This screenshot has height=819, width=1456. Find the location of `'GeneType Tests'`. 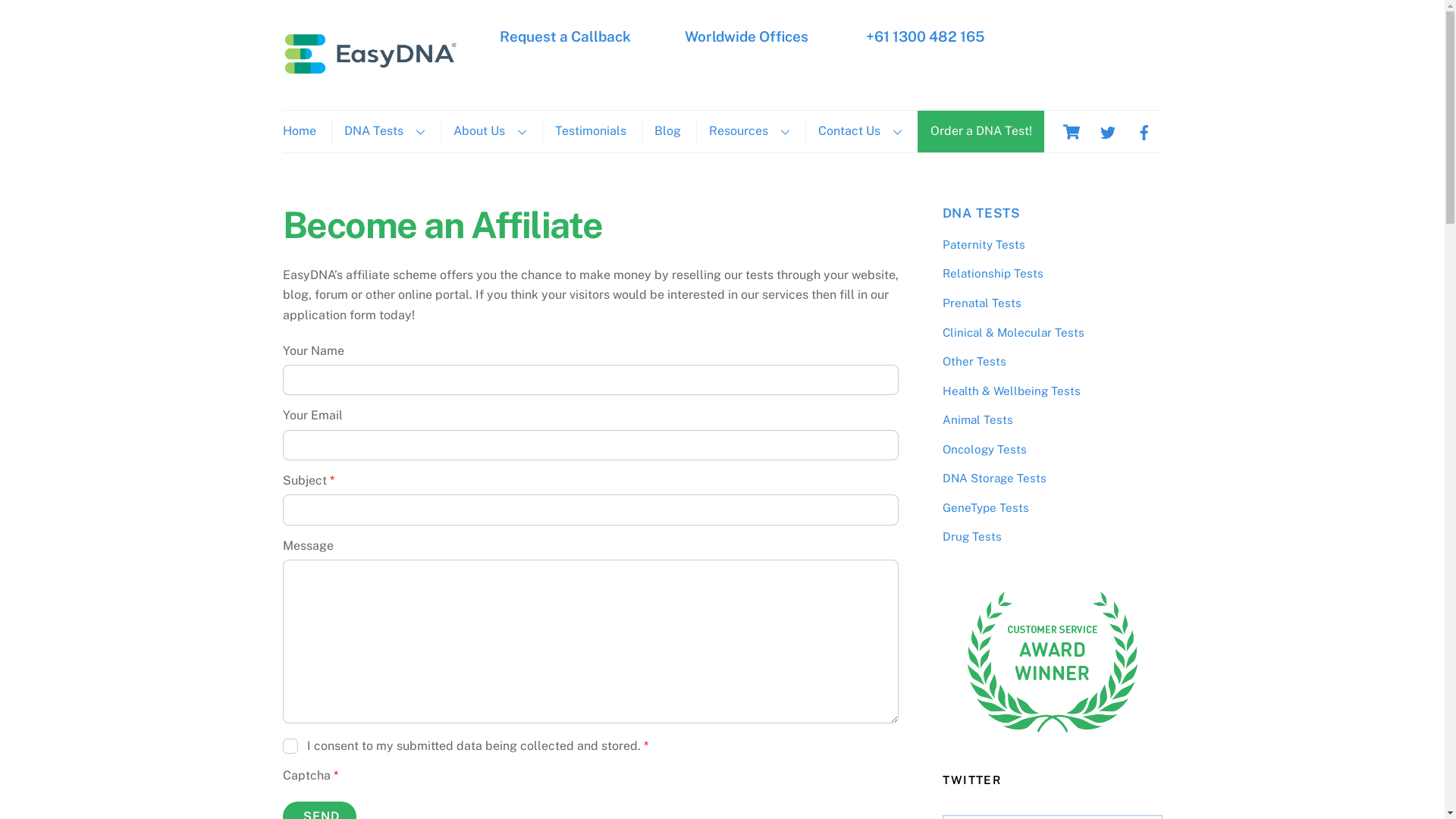

'GeneType Tests' is located at coordinates (985, 507).